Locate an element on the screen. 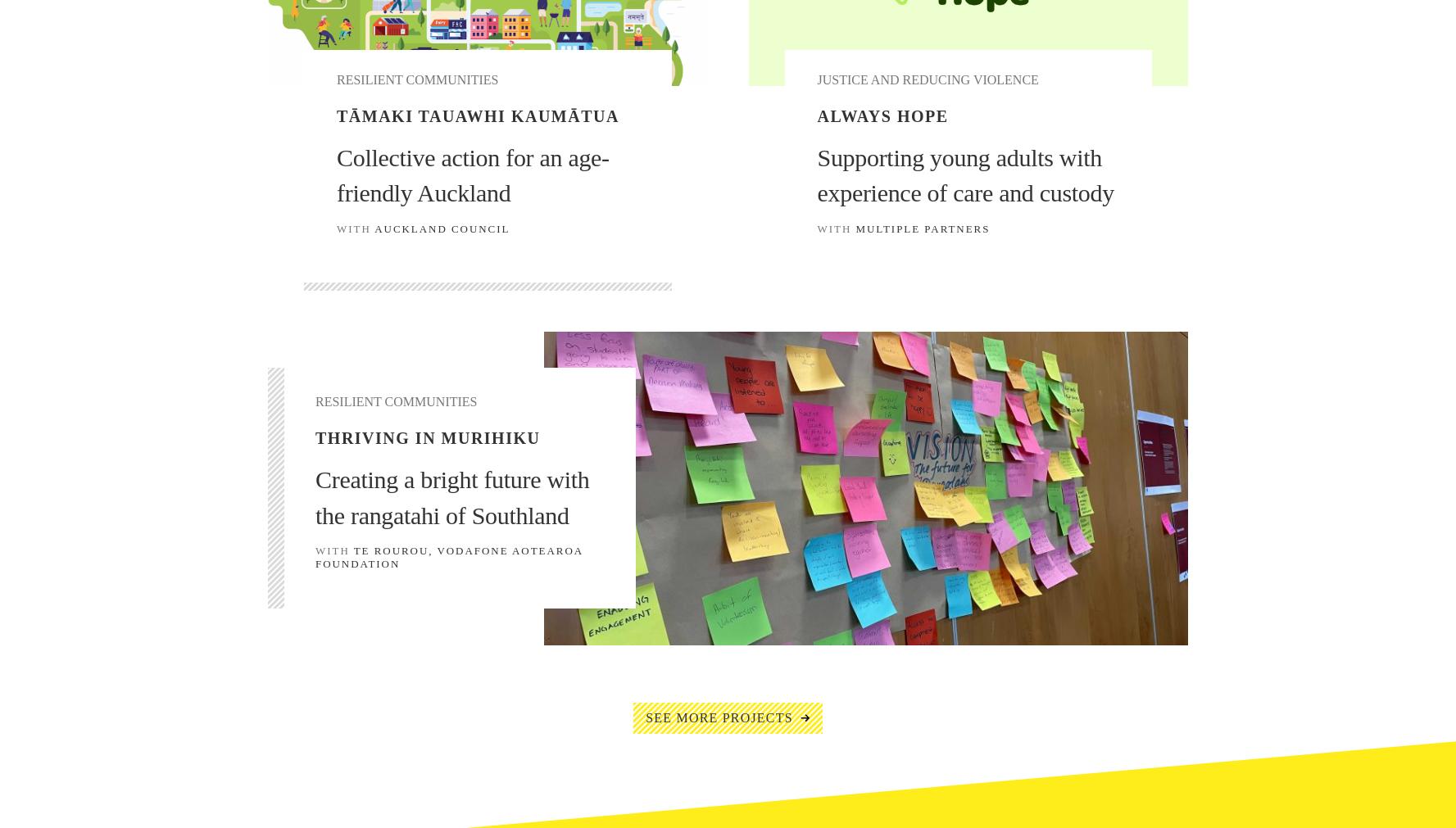 This screenshot has width=1456, height=828. 'Supporting young adults with experience of care and custody' is located at coordinates (964, 174).